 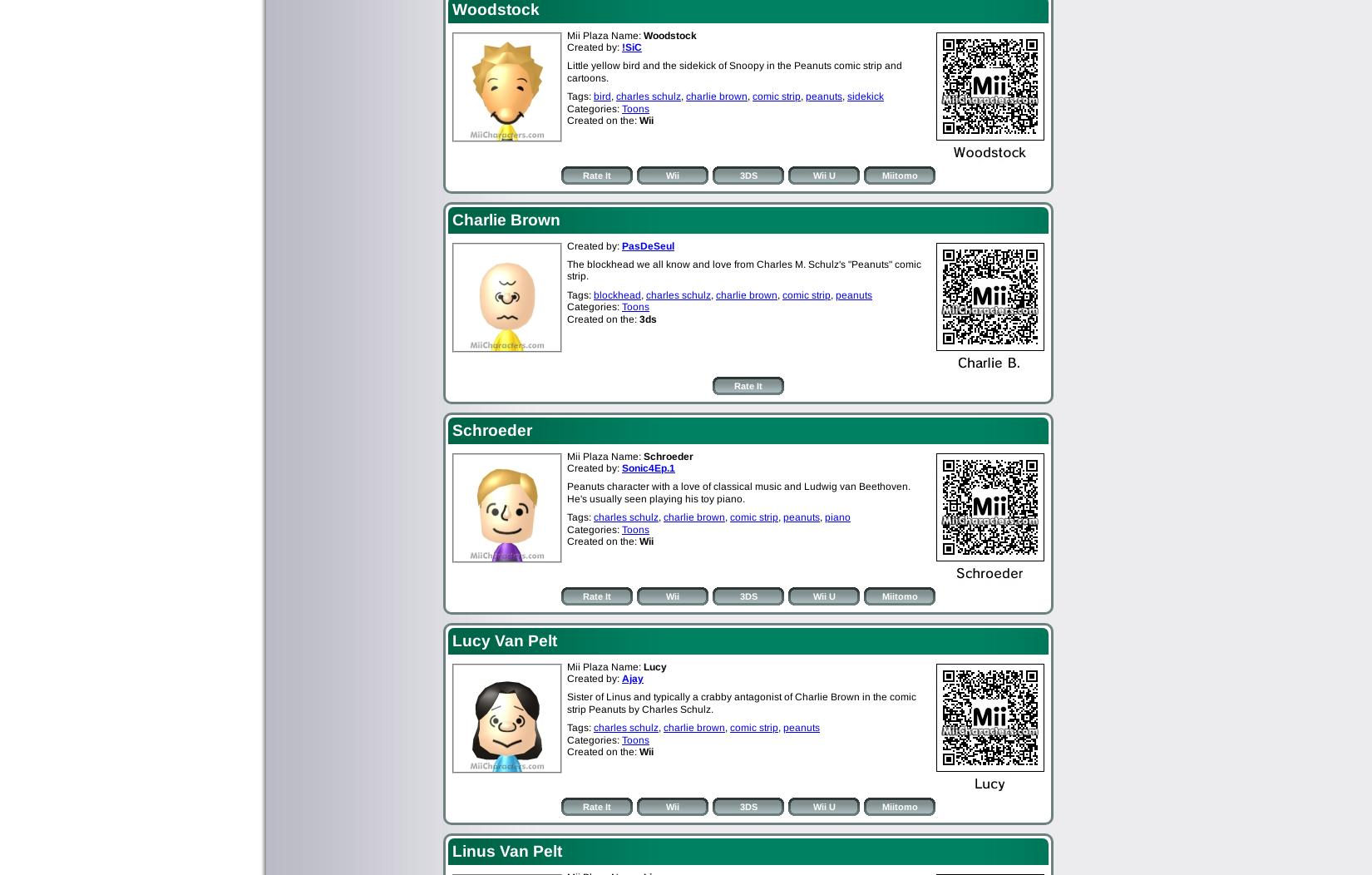 I want to click on '!SiC', so click(x=630, y=45).